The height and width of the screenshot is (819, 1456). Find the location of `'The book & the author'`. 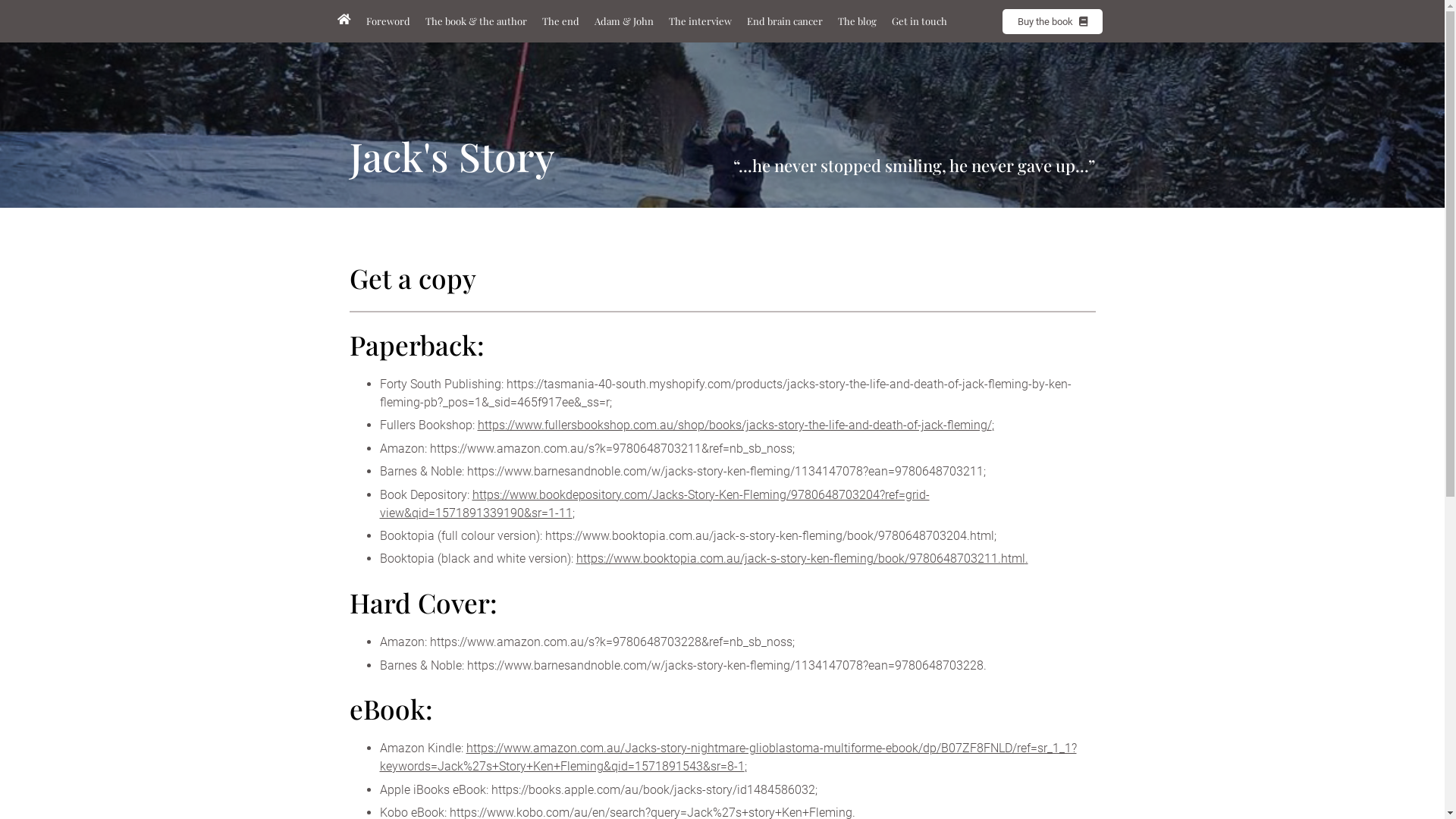

'The book & the author' is located at coordinates (475, 20).